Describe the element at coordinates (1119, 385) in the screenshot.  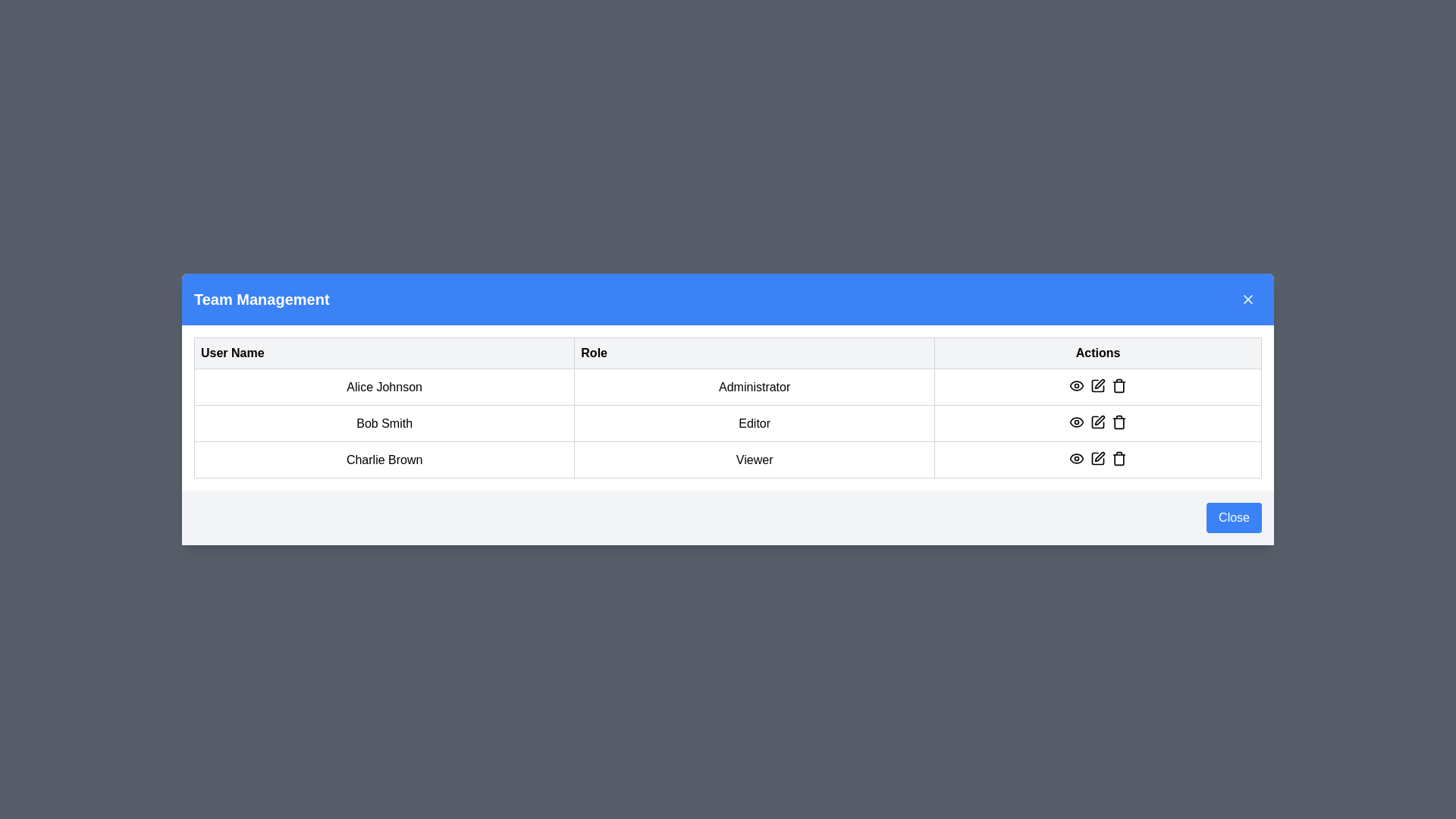
I see `the trash bin icon button in the 'Actions' column under the 'Team Management' section for user 'Alice Johnson'` at that location.